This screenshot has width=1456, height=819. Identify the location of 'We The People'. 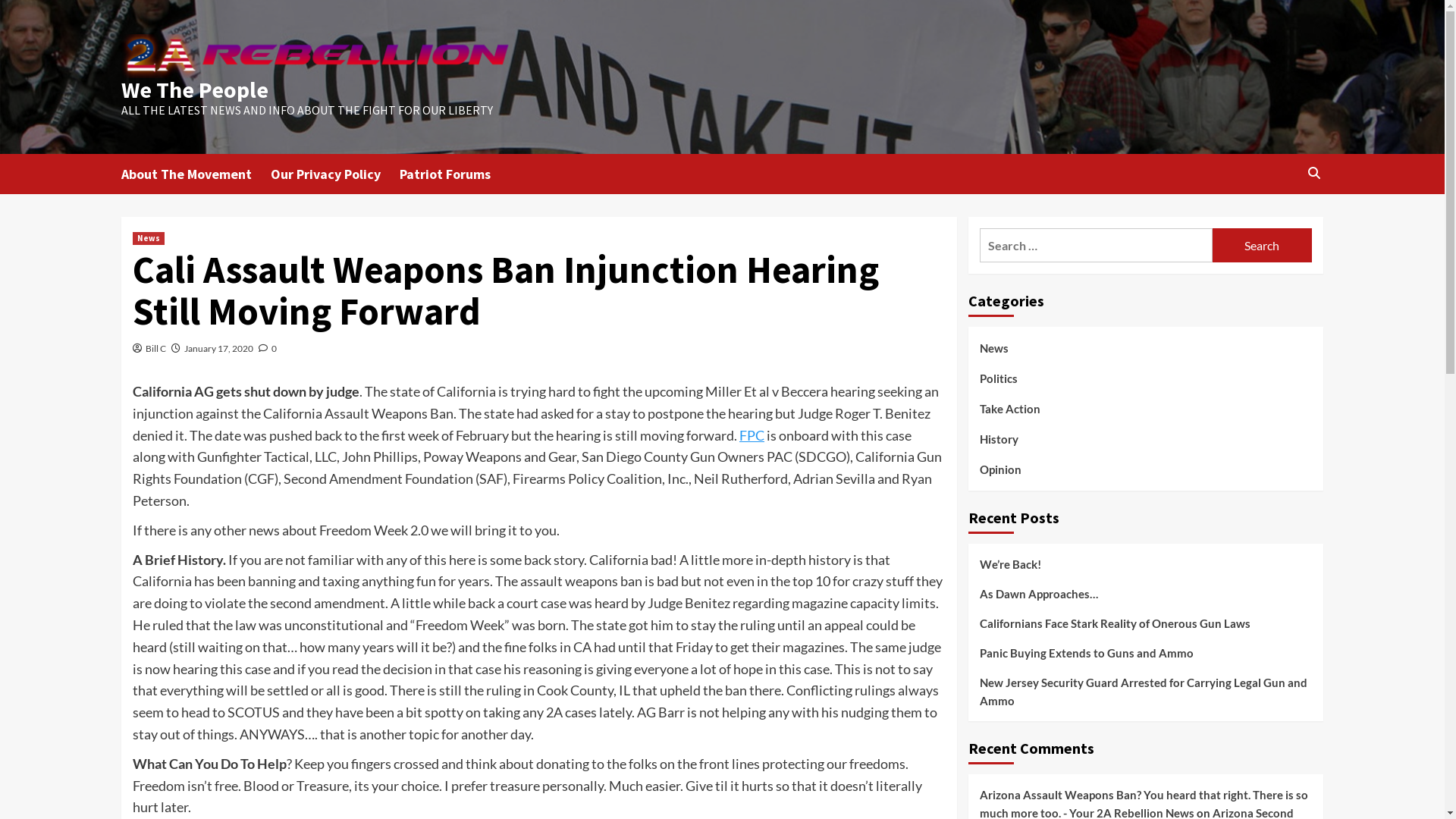
(120, 89).